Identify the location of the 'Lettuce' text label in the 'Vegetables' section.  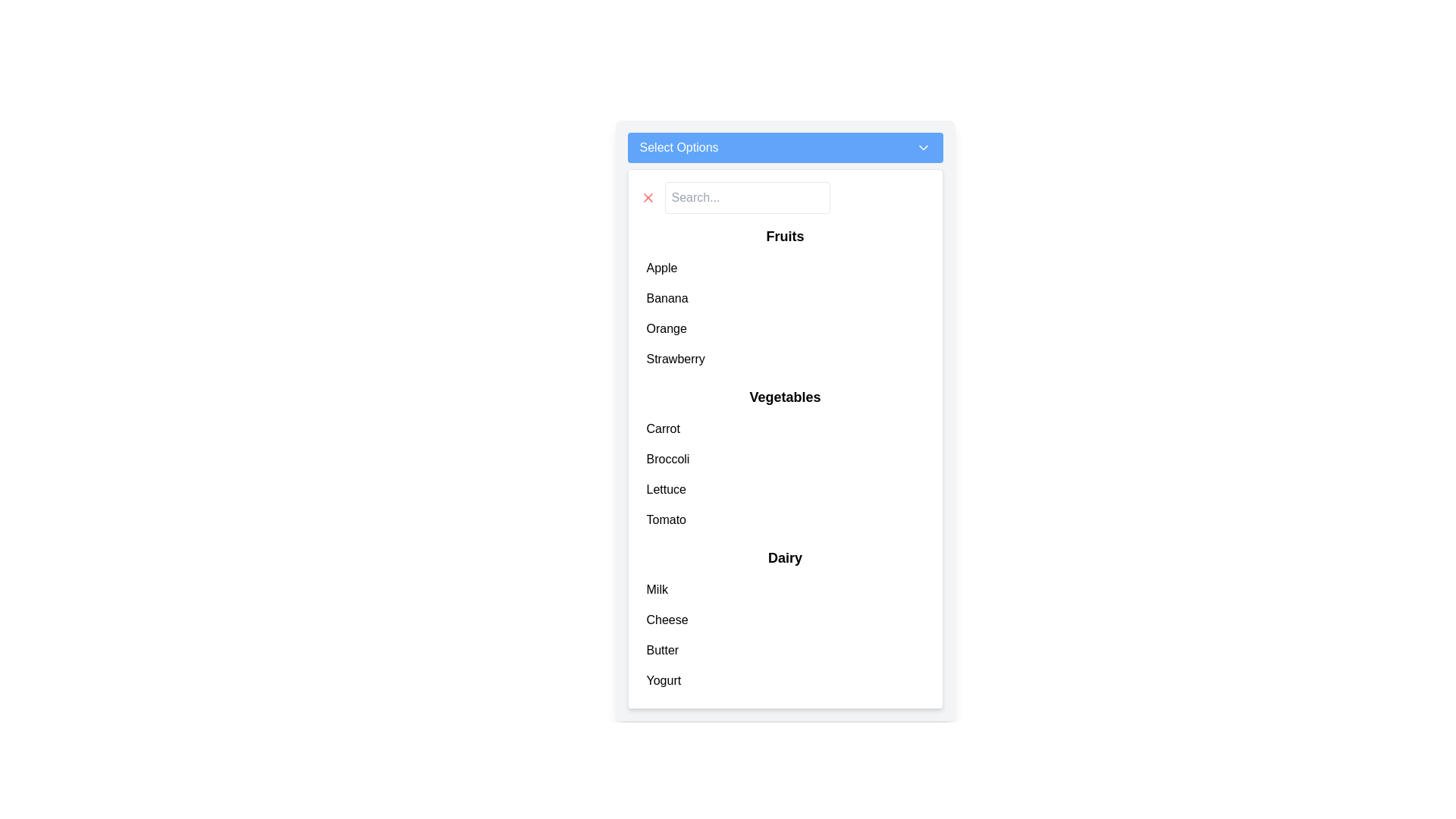
(666, 489).